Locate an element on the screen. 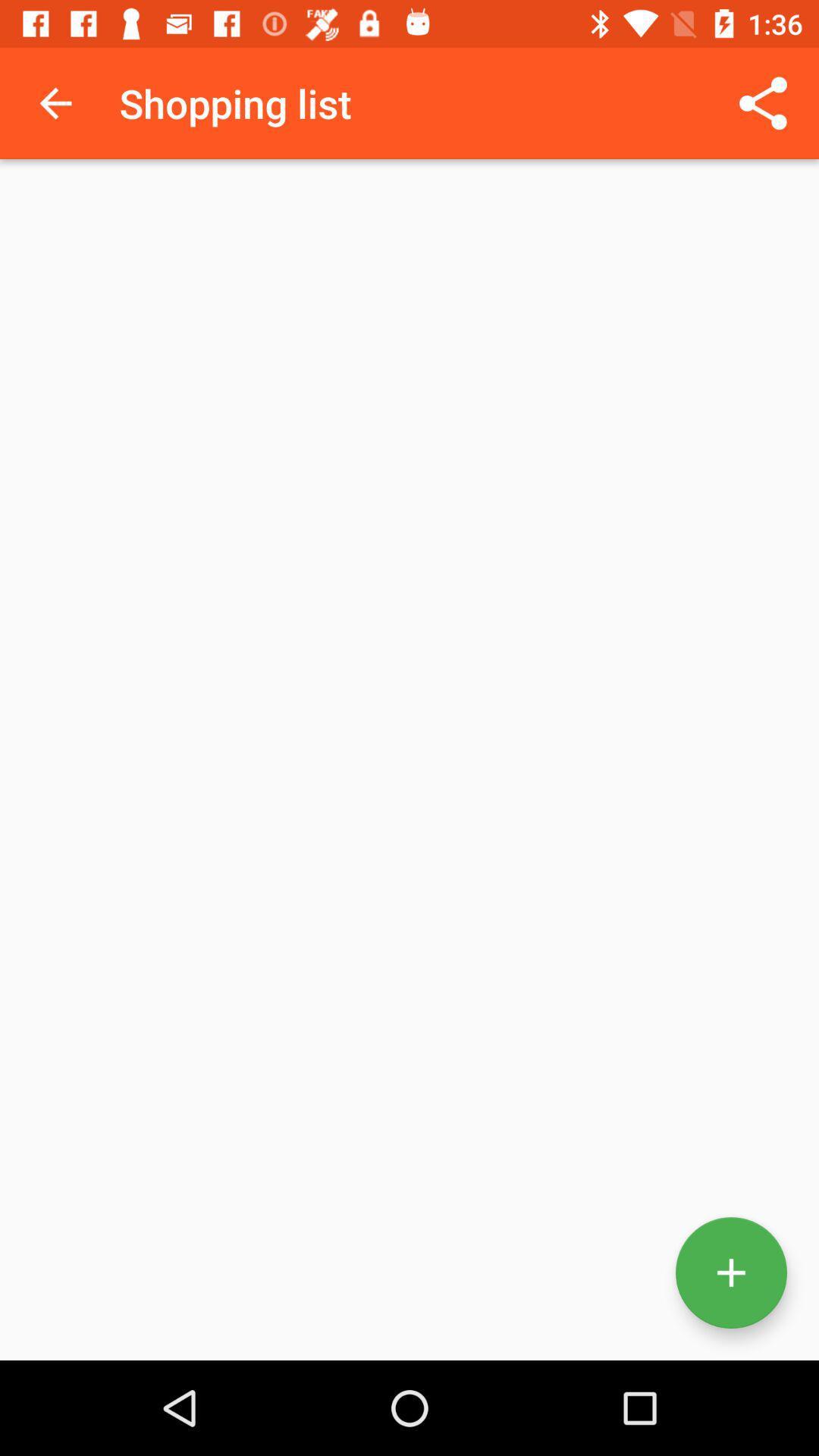 The height and width of the screenshot is (1456, 819). the icon at the bottom right corner is located at coordinates (730, 1272).